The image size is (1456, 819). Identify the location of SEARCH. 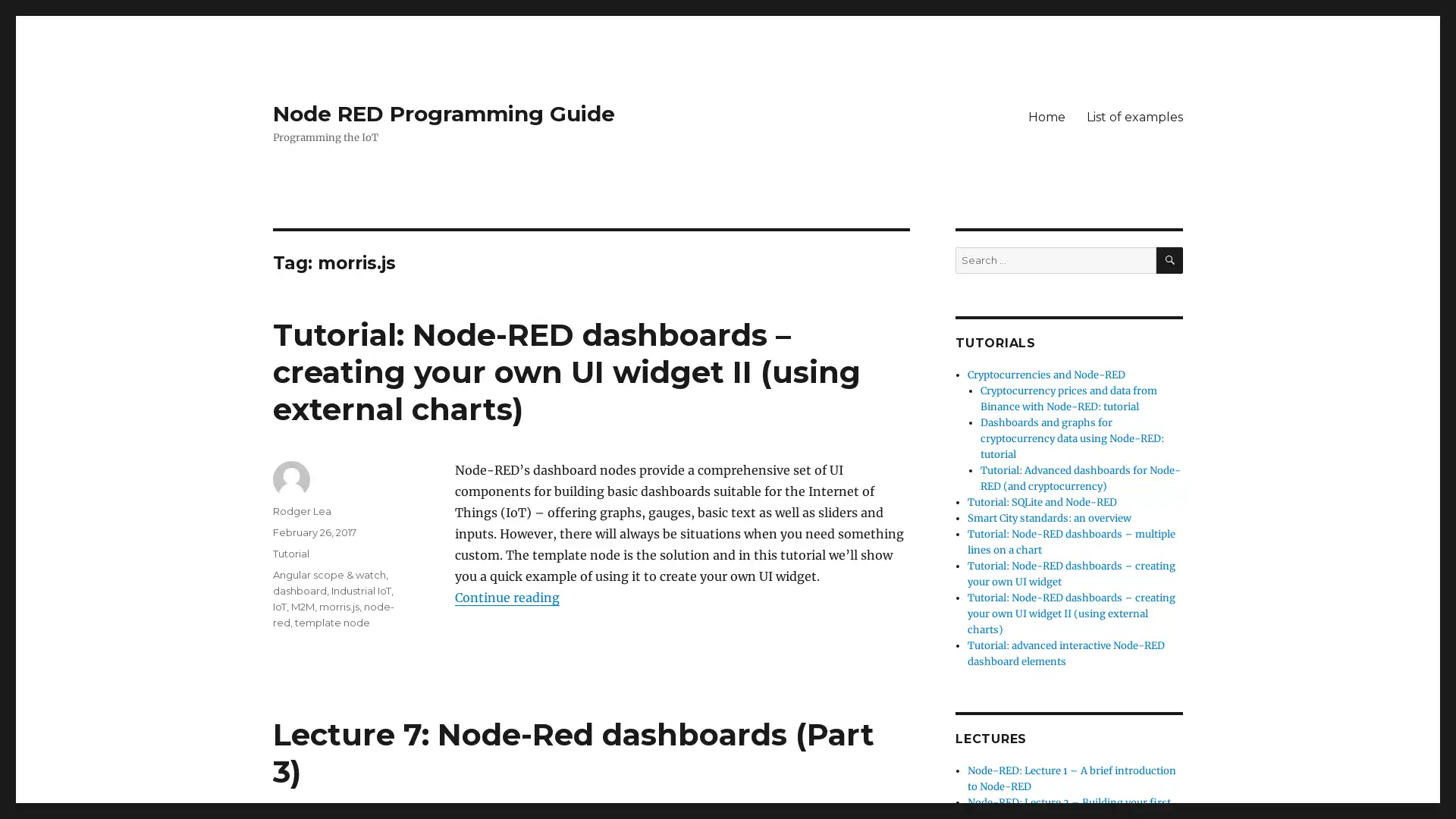
(1169, 259).